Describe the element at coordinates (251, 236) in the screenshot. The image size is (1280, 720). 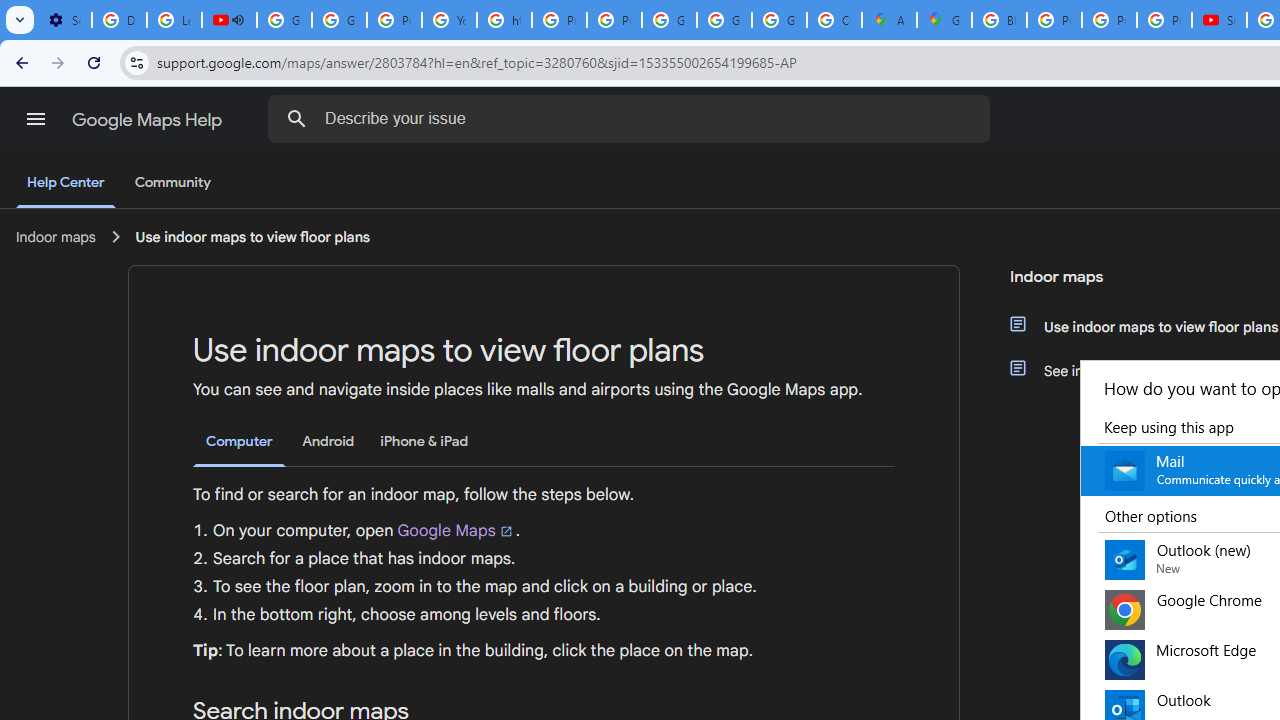
I see `'Use indoor maps to view floor plans'` at that location.